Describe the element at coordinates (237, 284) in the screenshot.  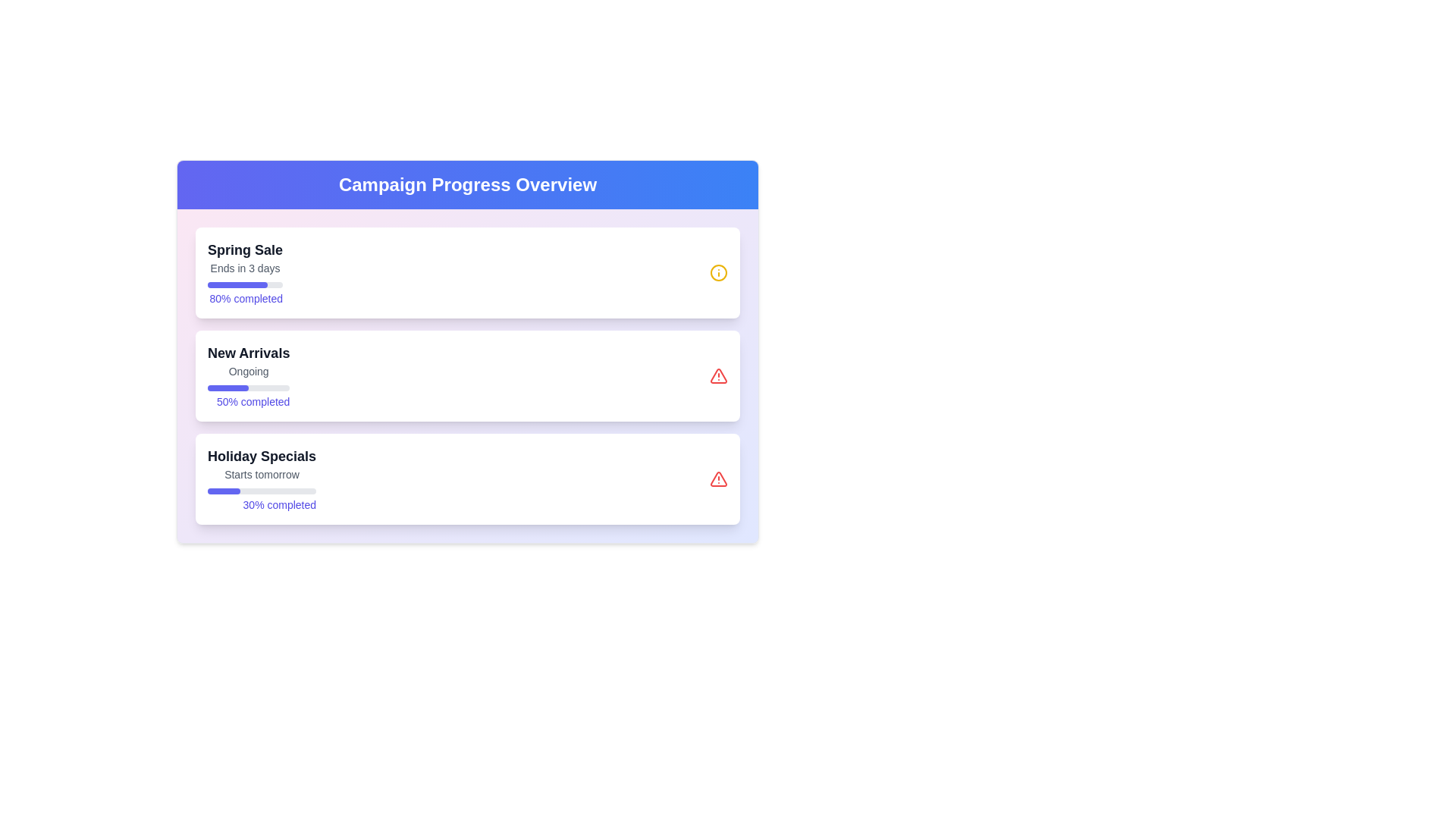
I see `the filled part of the Progress Bar in the 'Spring Sale' section of the Campaign Progress Overview interface, which is a horizontal bar filled to 80% with a purple color` at that location.